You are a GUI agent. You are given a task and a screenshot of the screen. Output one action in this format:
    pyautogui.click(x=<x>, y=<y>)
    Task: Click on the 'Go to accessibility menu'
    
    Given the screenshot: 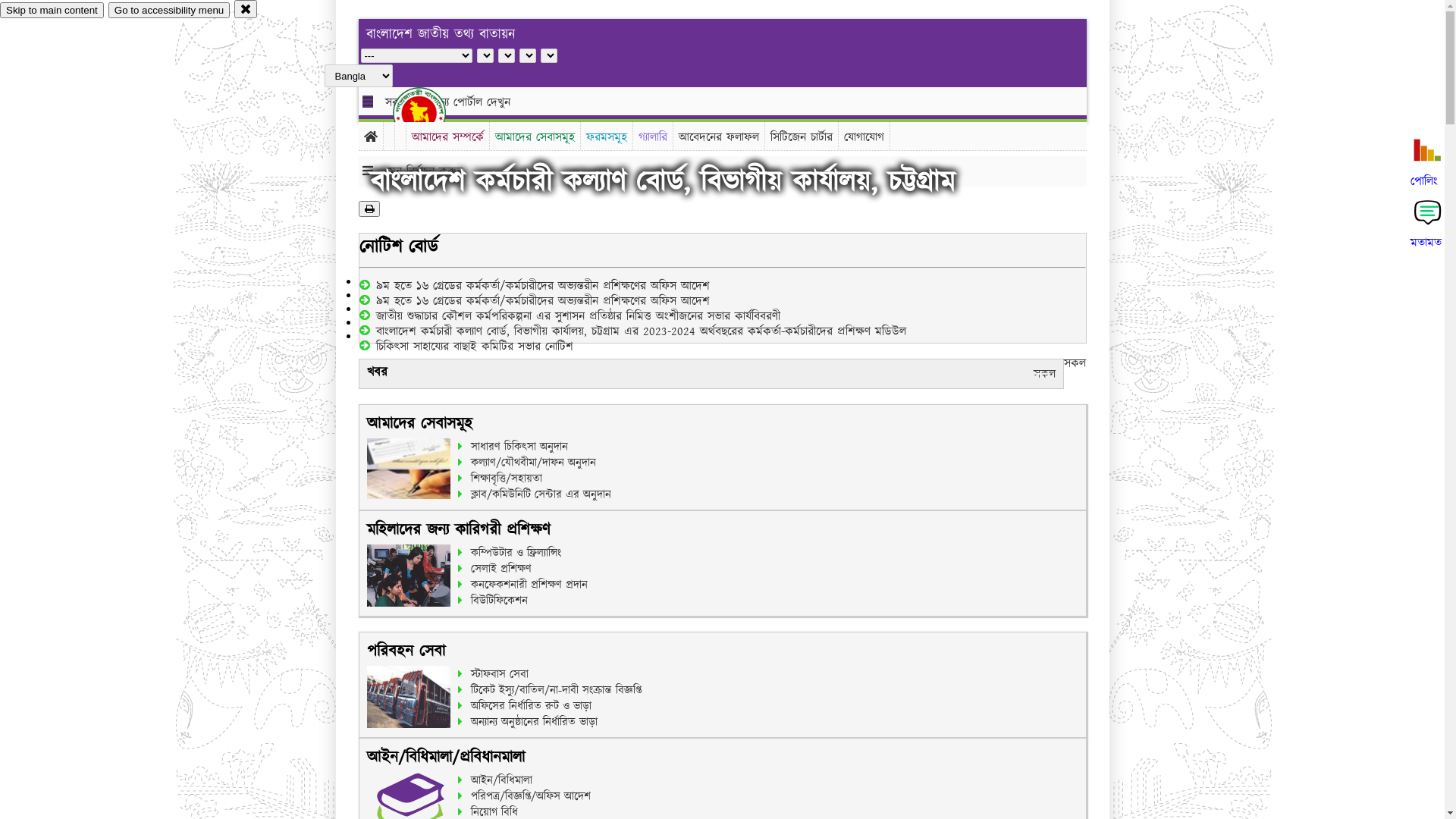 What is the action you would take?
    pyautogui.click(x=168, y=10)
    